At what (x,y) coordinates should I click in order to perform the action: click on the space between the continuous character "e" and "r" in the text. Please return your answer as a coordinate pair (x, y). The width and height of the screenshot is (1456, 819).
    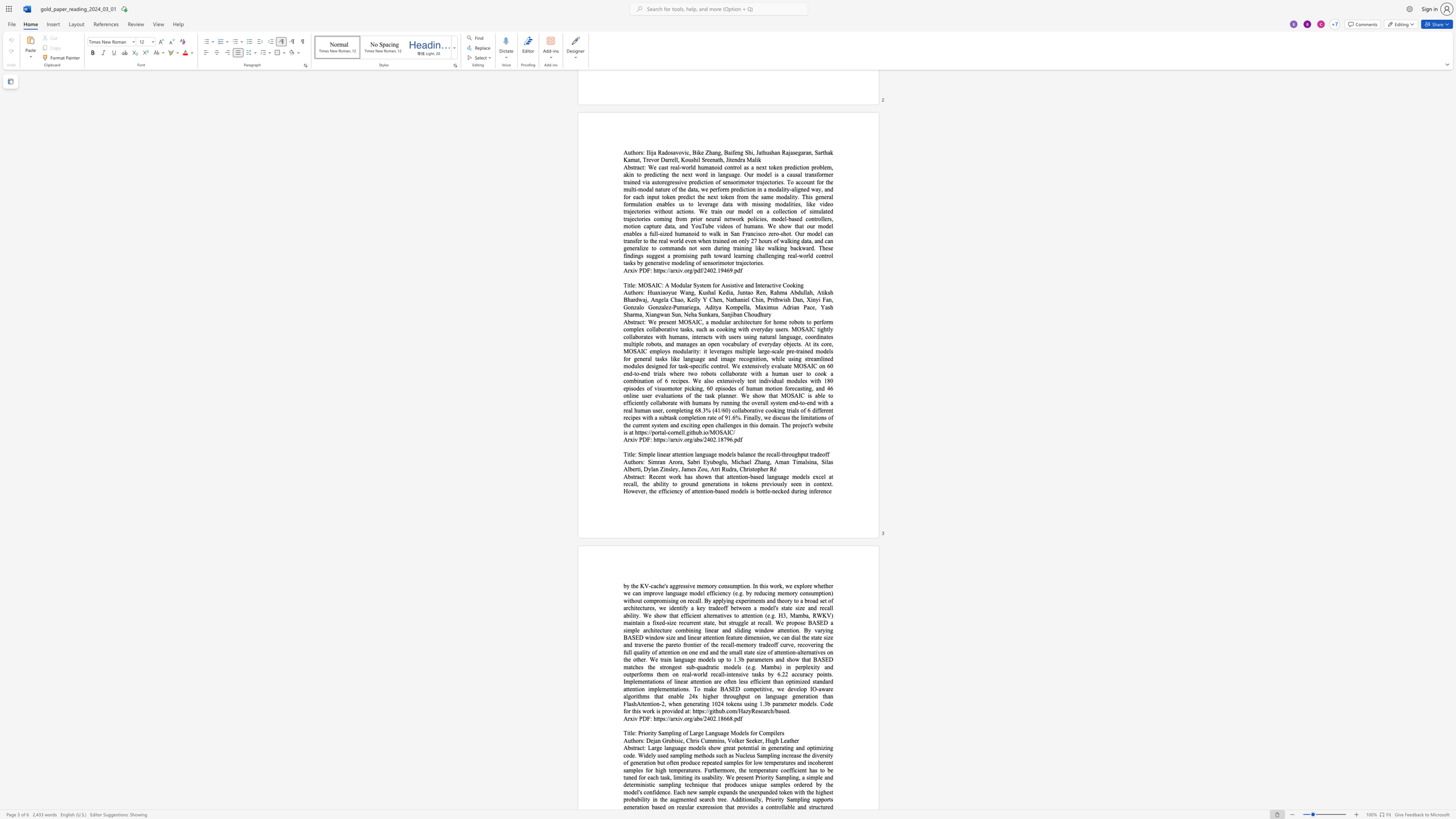
    Looking at the image, I should click on (779, 733).